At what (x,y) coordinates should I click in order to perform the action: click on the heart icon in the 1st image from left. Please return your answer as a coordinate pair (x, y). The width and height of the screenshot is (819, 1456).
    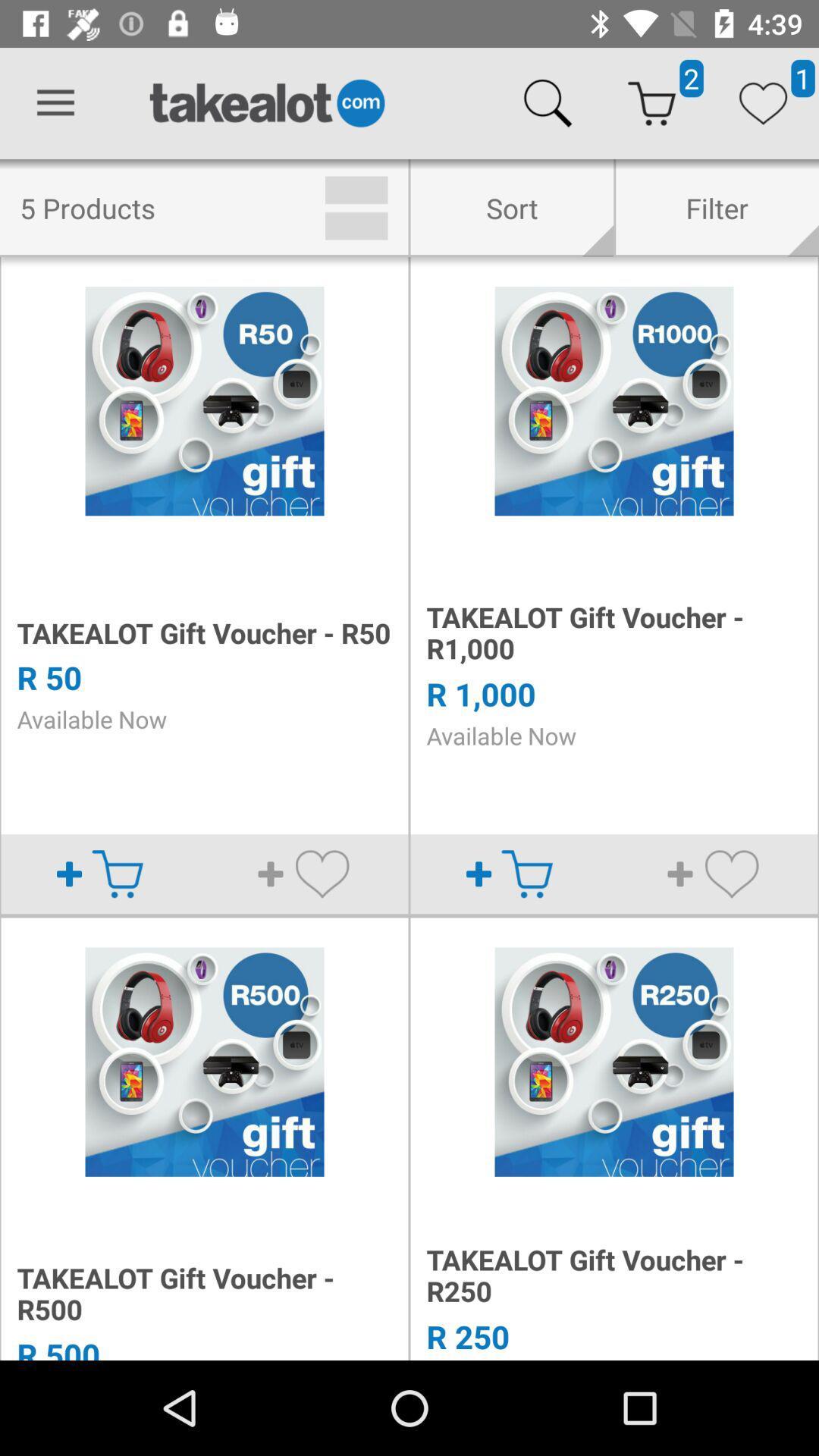
    Looking at the image, I should click on (321, 874).